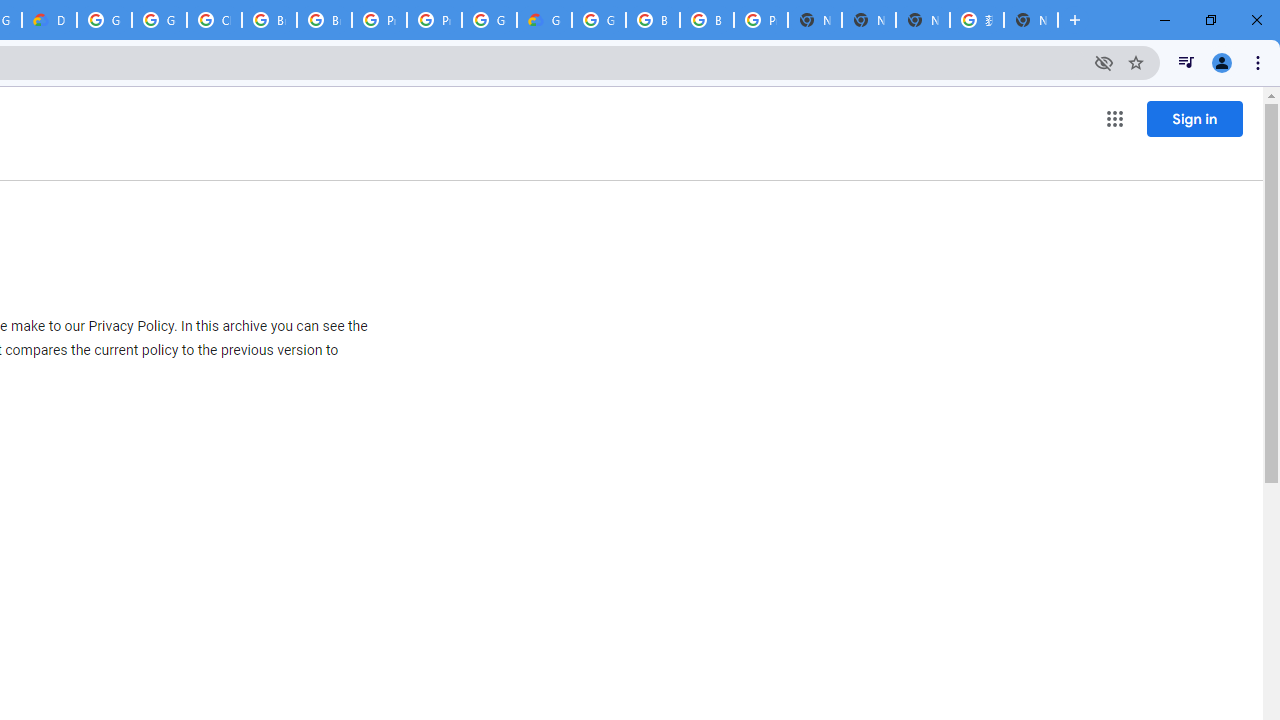  I want to click on 'New Tab', so click(1031, 20).